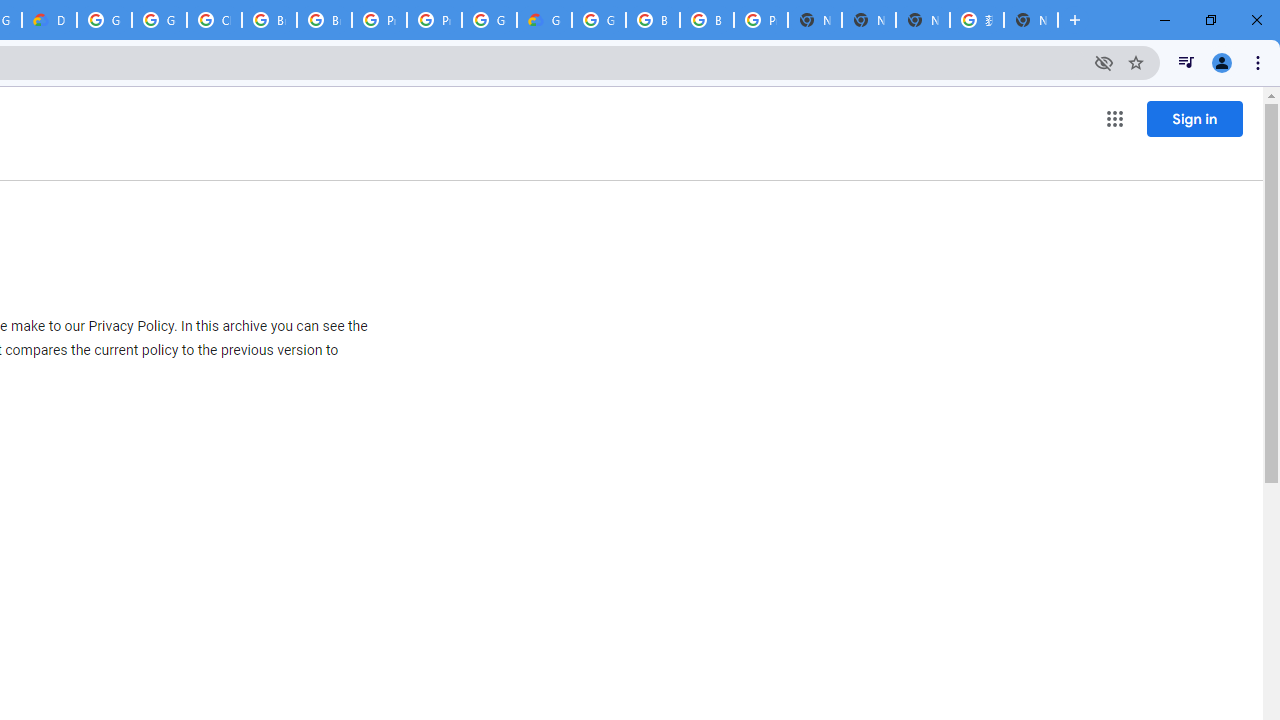  I want to click on 'New Tab', so click(1031, 20).